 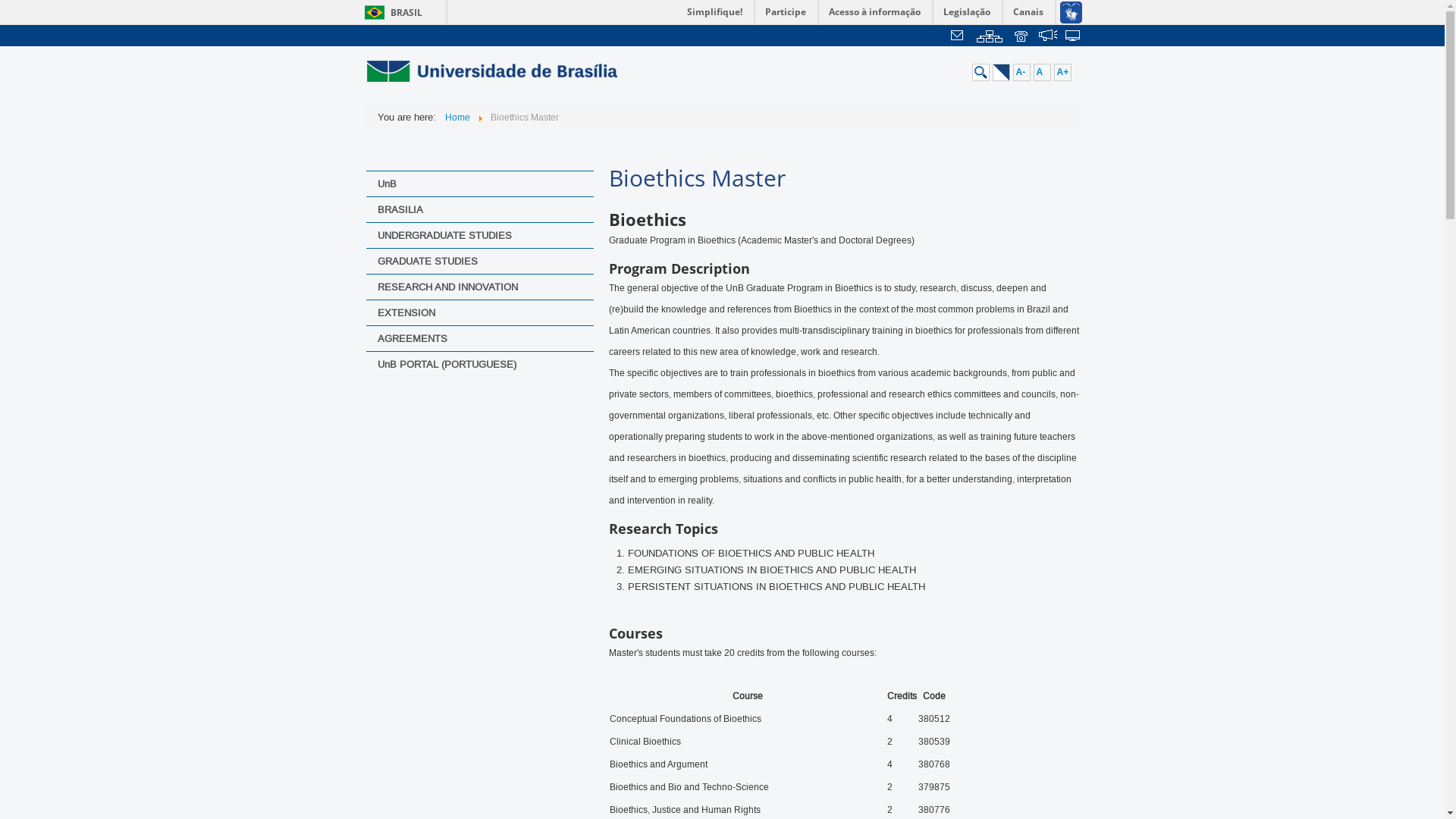 I want to click on ' ', so click(x=1073, y=36).